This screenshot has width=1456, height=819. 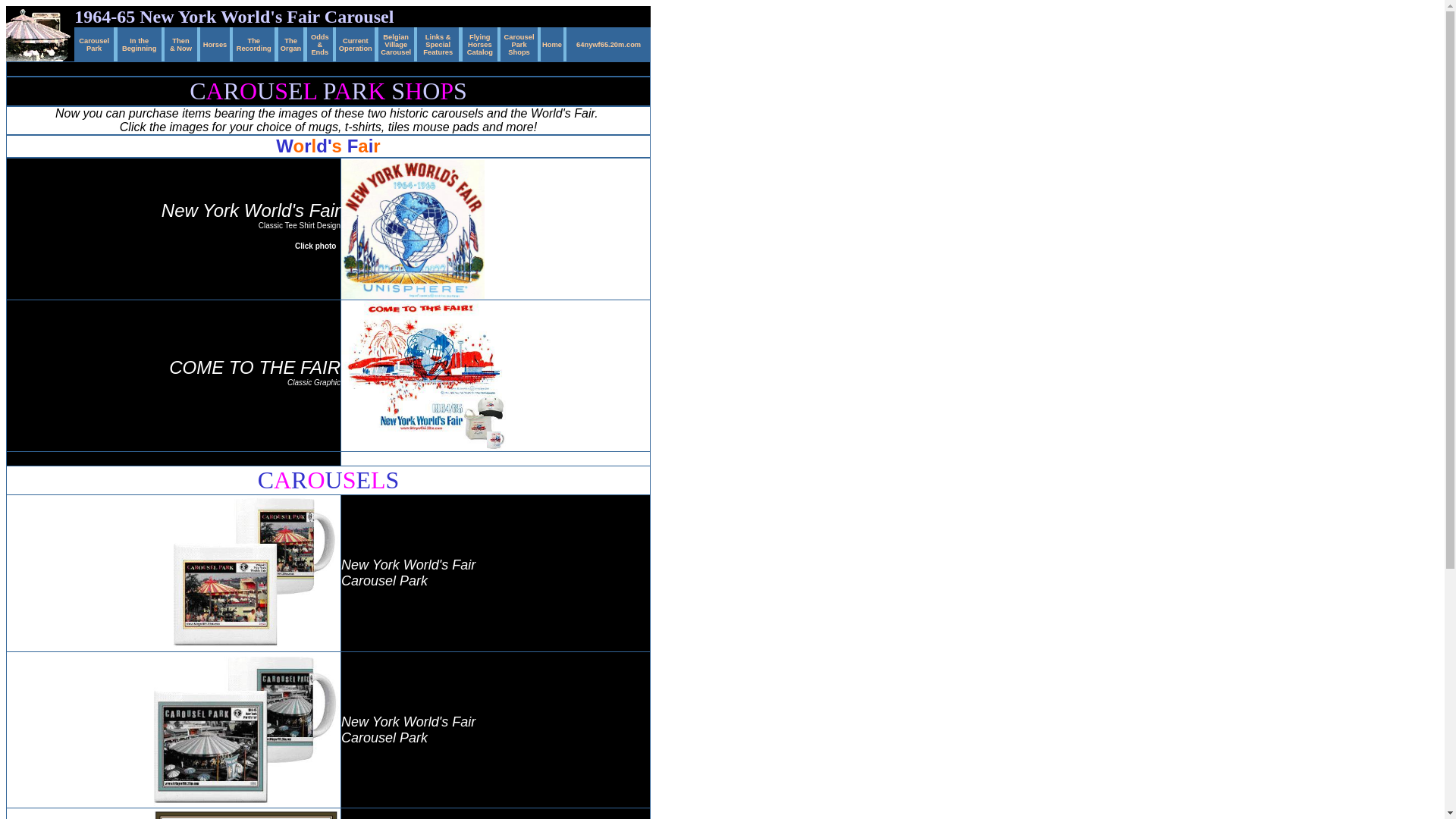 What do you see at coordinates (139, 42) in the screenshot?
I see `'In the Beginning'` at bounding box center [139, 42].